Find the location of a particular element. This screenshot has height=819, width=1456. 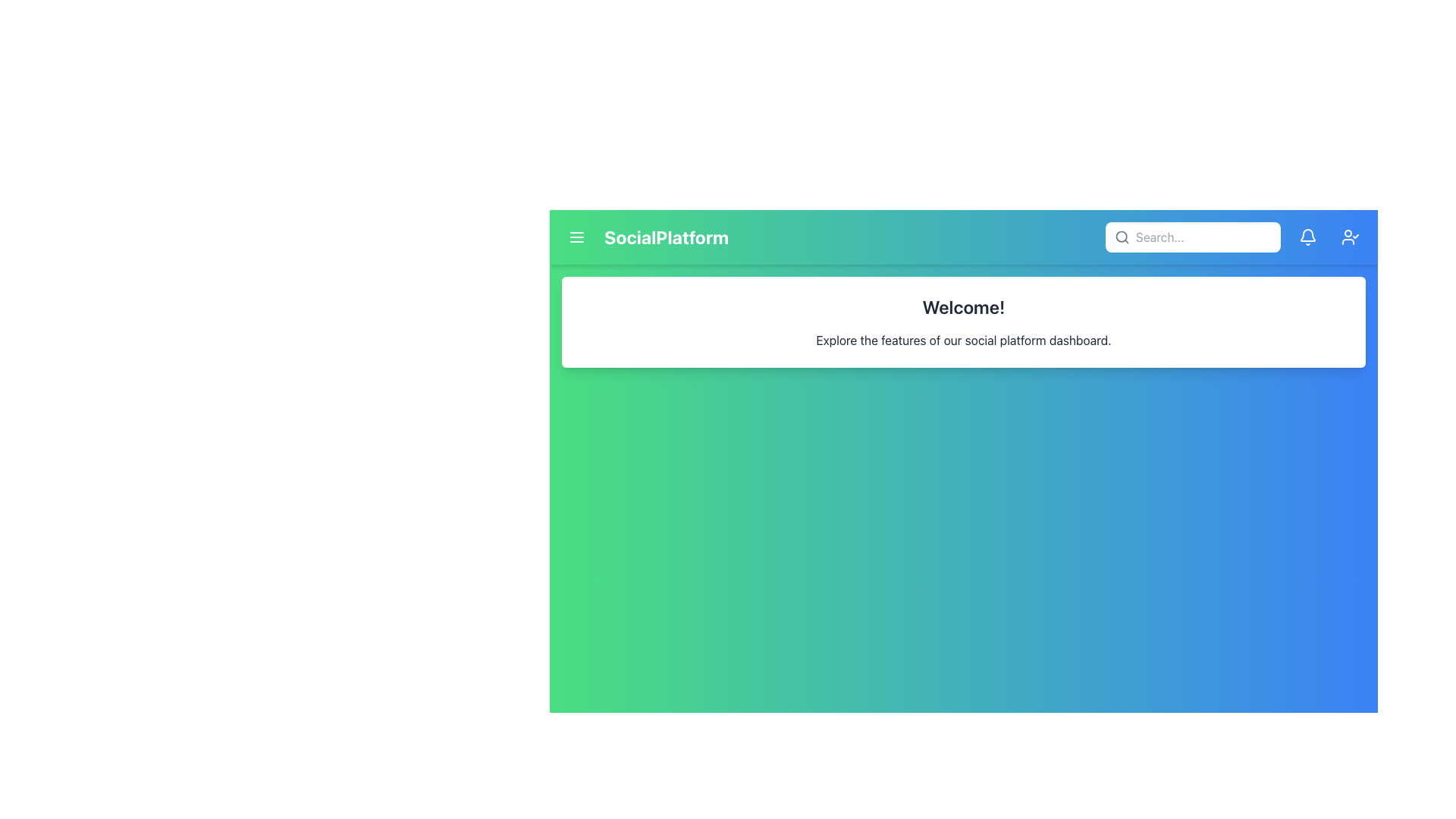

the stylized bell icon representing notifications located at the far-right section of the top navigation bar is located at coordinates (1307, 237).